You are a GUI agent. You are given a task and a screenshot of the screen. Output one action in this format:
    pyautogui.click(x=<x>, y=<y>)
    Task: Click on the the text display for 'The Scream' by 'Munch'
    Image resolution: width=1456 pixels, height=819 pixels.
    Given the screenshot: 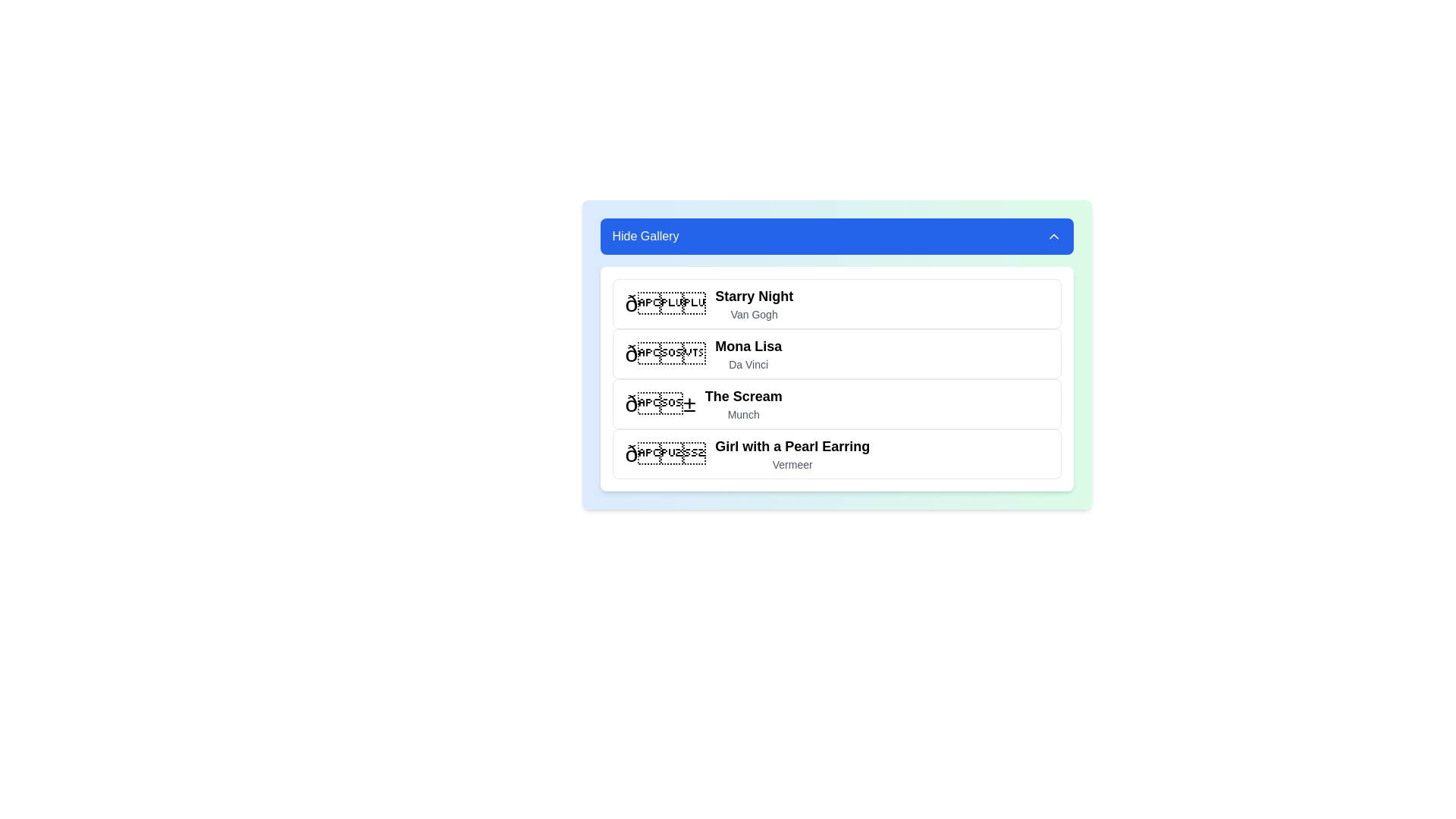 What is the action you would take?
    pyautogui.click(x=743, y=403)
    